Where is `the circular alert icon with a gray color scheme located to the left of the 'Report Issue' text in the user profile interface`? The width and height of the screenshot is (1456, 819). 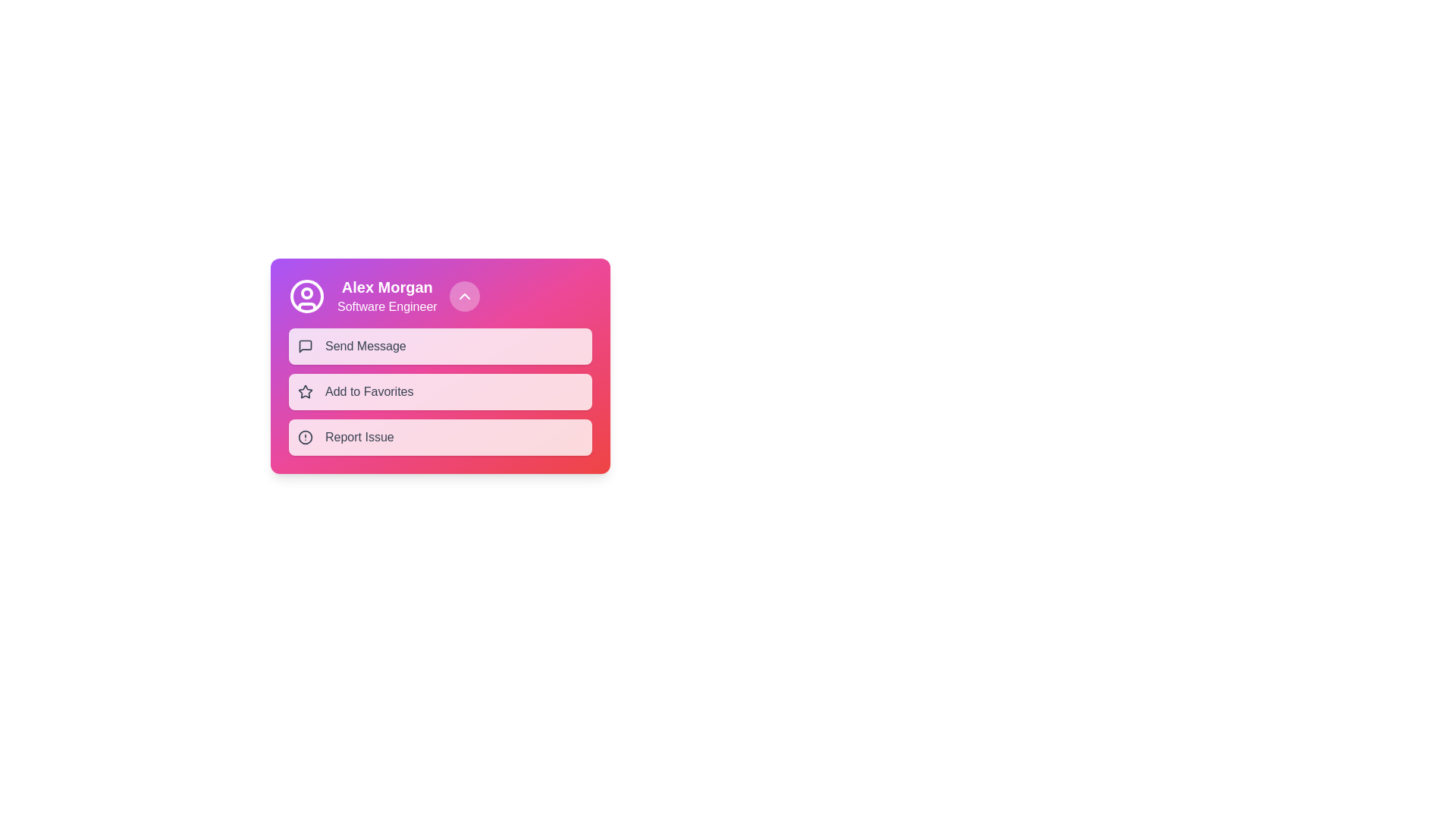
the circular alert icon with a gray color scheme located to the left of the 'Report Issue' text in the user profile interface is located at coordinates (305, 438).